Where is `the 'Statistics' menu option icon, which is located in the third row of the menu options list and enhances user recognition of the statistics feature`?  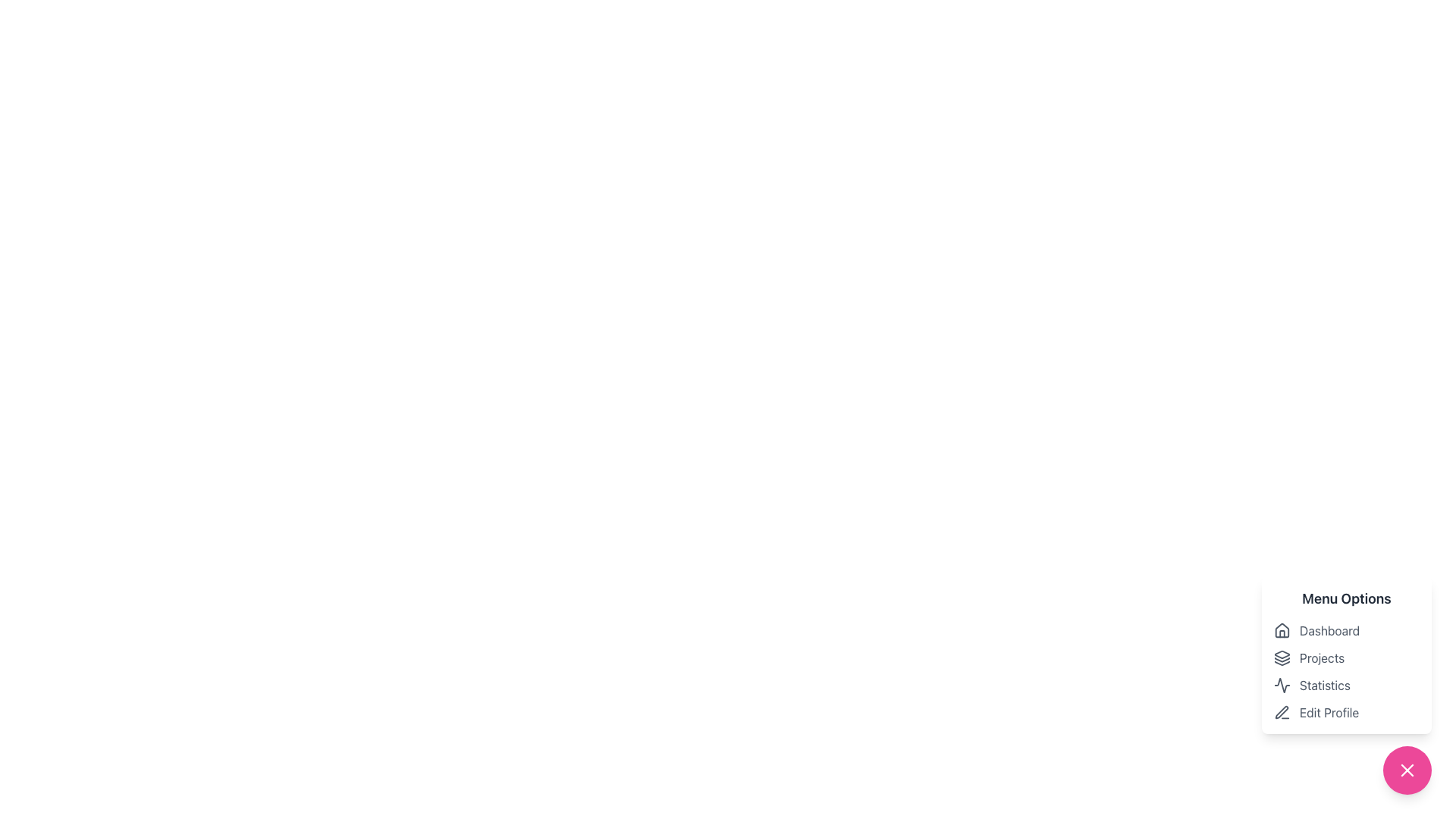 the 'Statistics' menu option icon, which is located in the third row of the menu options list and enhances user recognition of the statistics feature is located at coordinates (1281, 685).